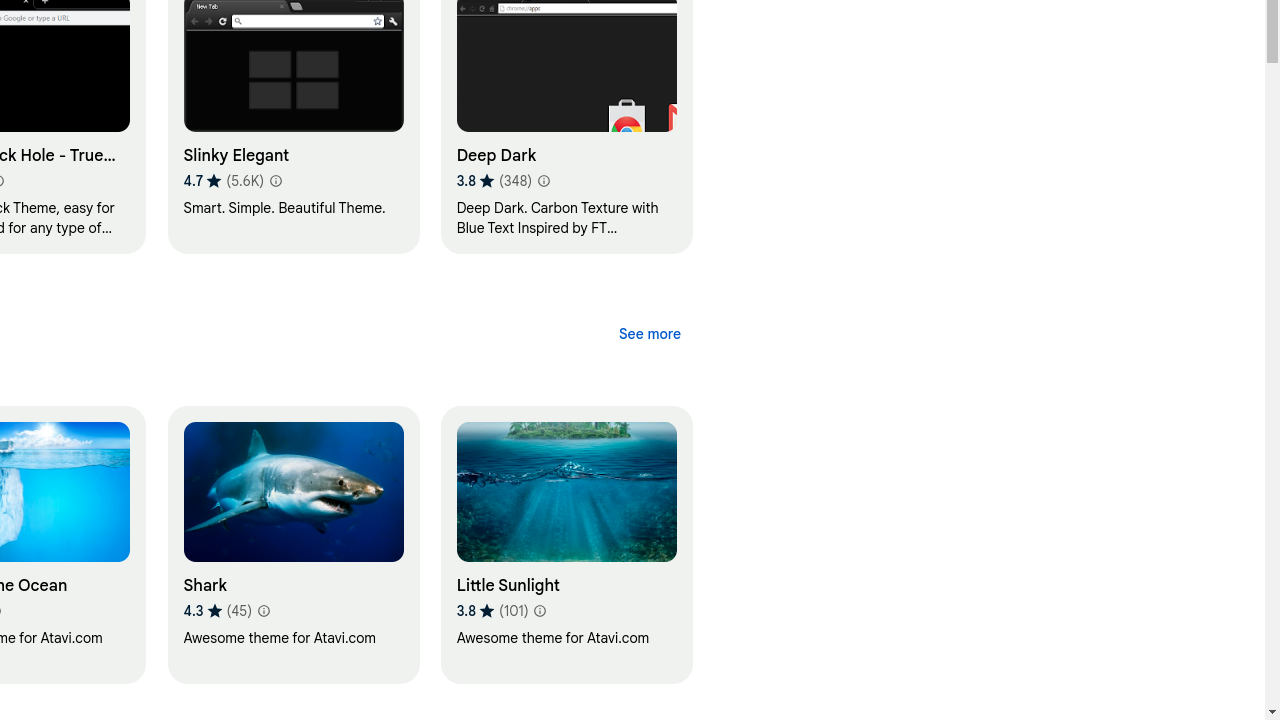  I want to click on 'See more of the "Under the sea" collection', so click(649, 333).